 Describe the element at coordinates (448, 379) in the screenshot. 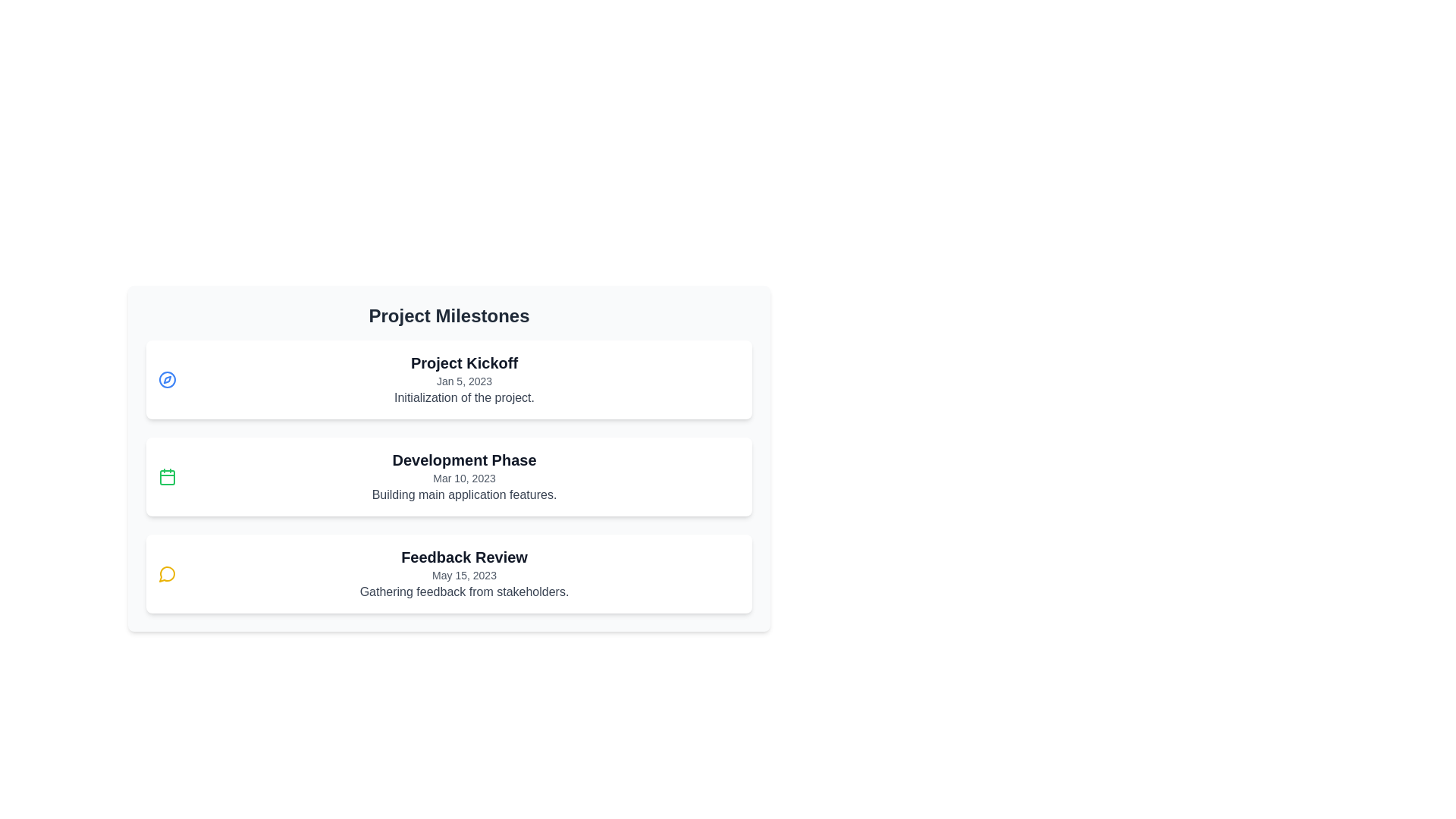

I see `the informational card titled 'Project Kickoff', which is the first card in the vertical list of milestone cards, featuring a white background and rounded corners` at that location.